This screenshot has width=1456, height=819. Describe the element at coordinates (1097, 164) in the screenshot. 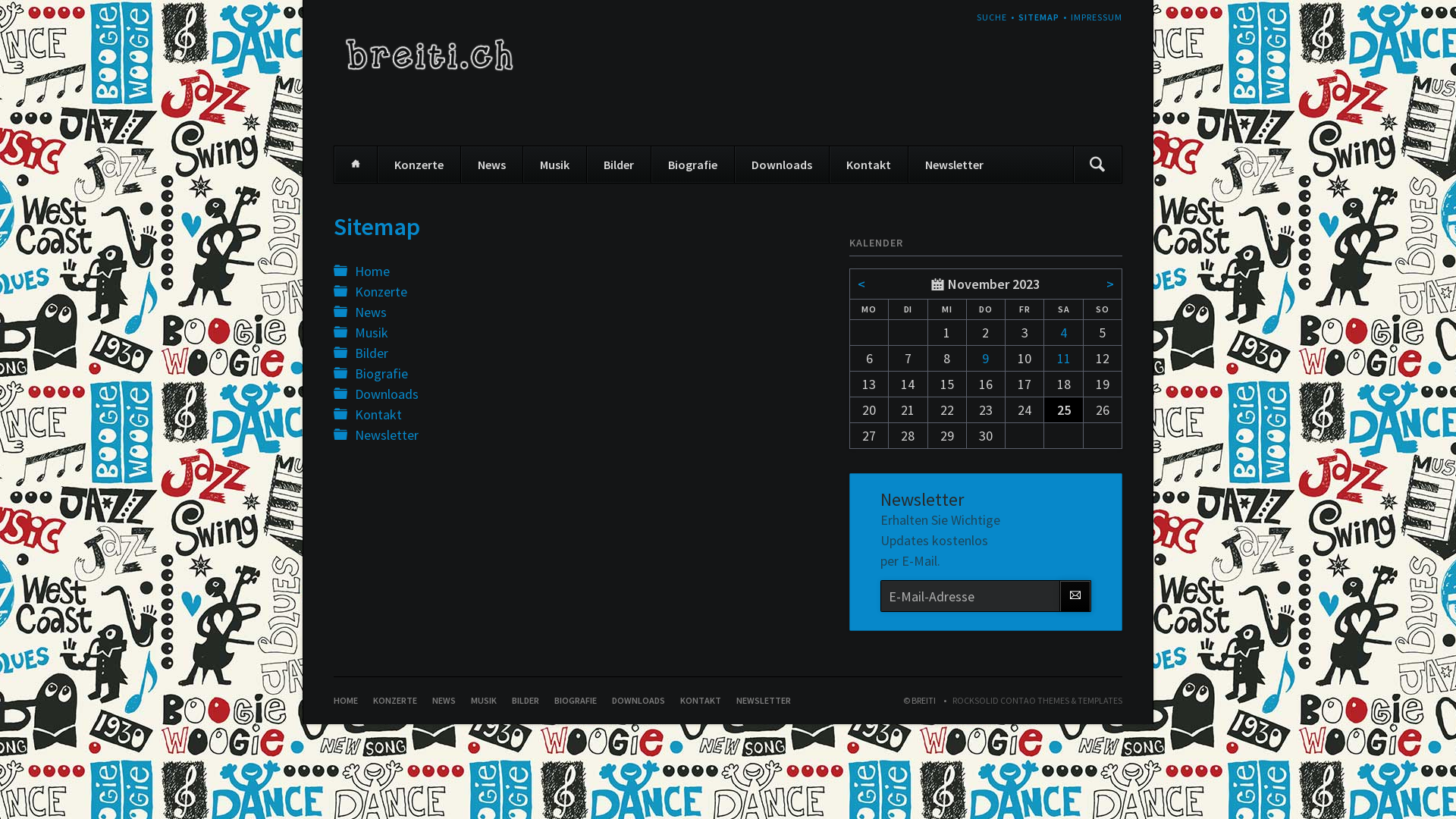

I see `'Suchen'` at that location.